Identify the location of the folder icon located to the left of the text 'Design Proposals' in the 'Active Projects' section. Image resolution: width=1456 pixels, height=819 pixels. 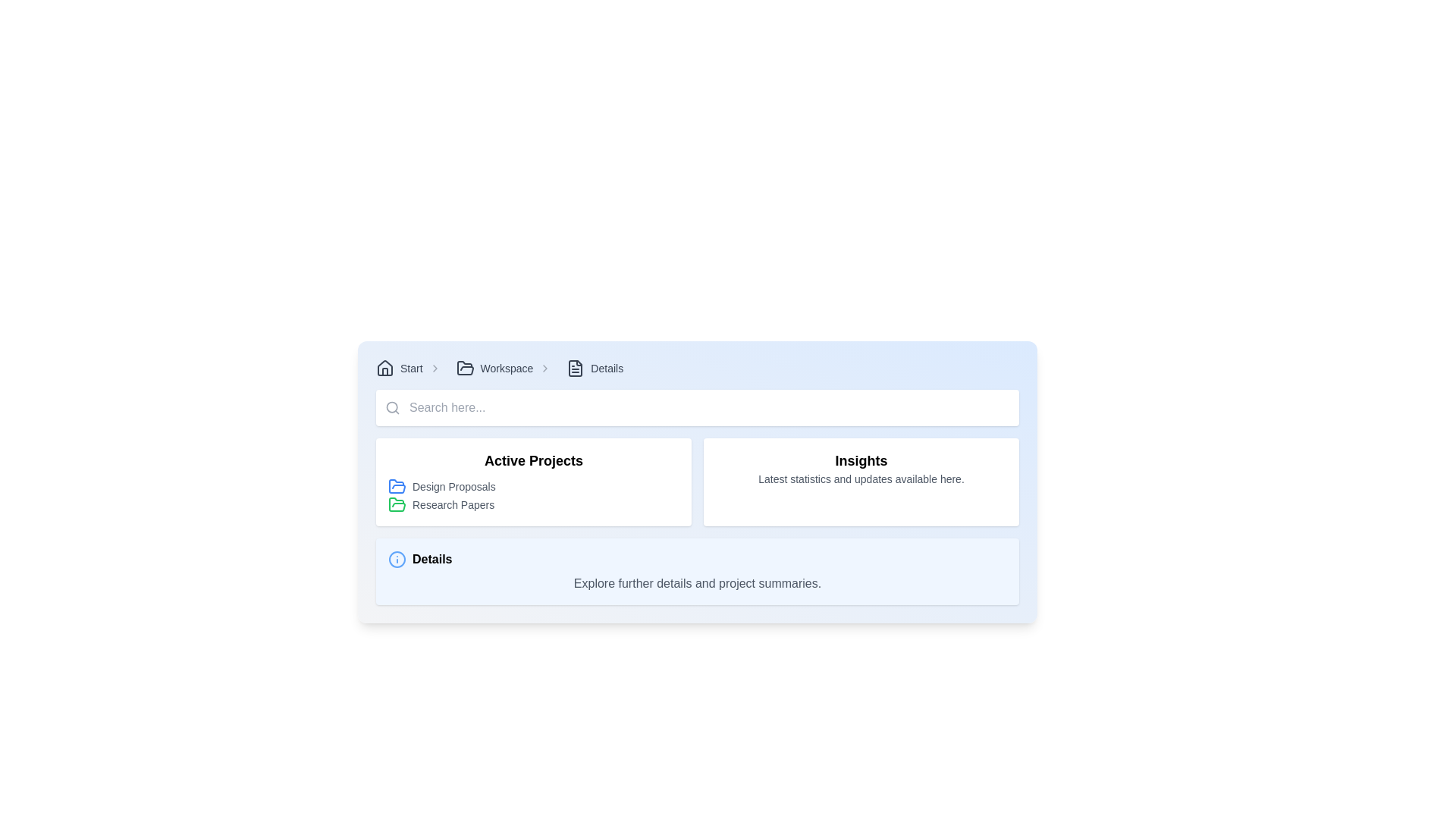
(397, 486).